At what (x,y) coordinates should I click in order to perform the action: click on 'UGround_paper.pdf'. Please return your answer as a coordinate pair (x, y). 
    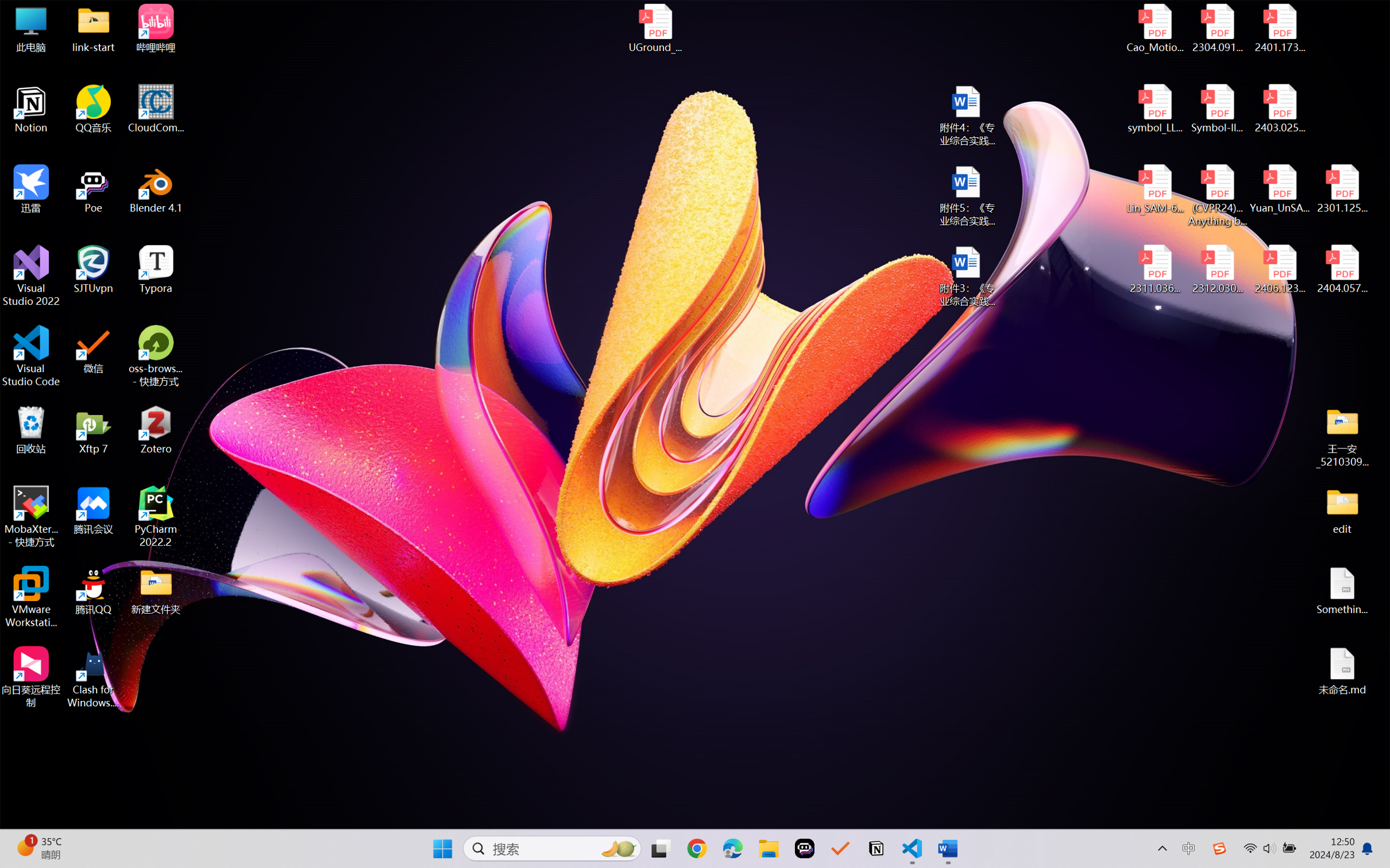
    Looking at the image, I should click on (655, 28).